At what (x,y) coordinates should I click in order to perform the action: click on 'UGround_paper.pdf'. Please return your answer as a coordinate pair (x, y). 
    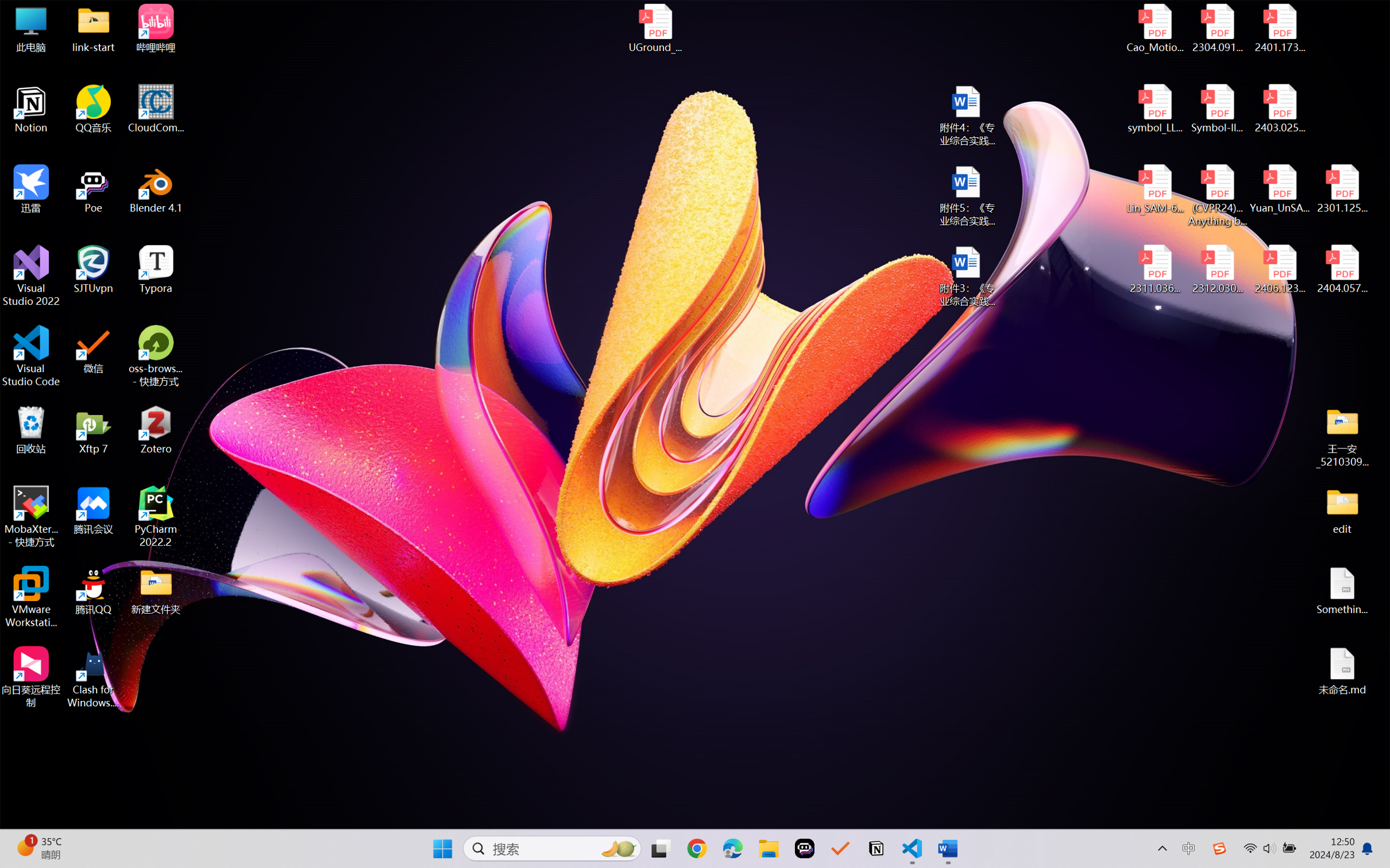
    Looking at the image, I should click on (655, 28).